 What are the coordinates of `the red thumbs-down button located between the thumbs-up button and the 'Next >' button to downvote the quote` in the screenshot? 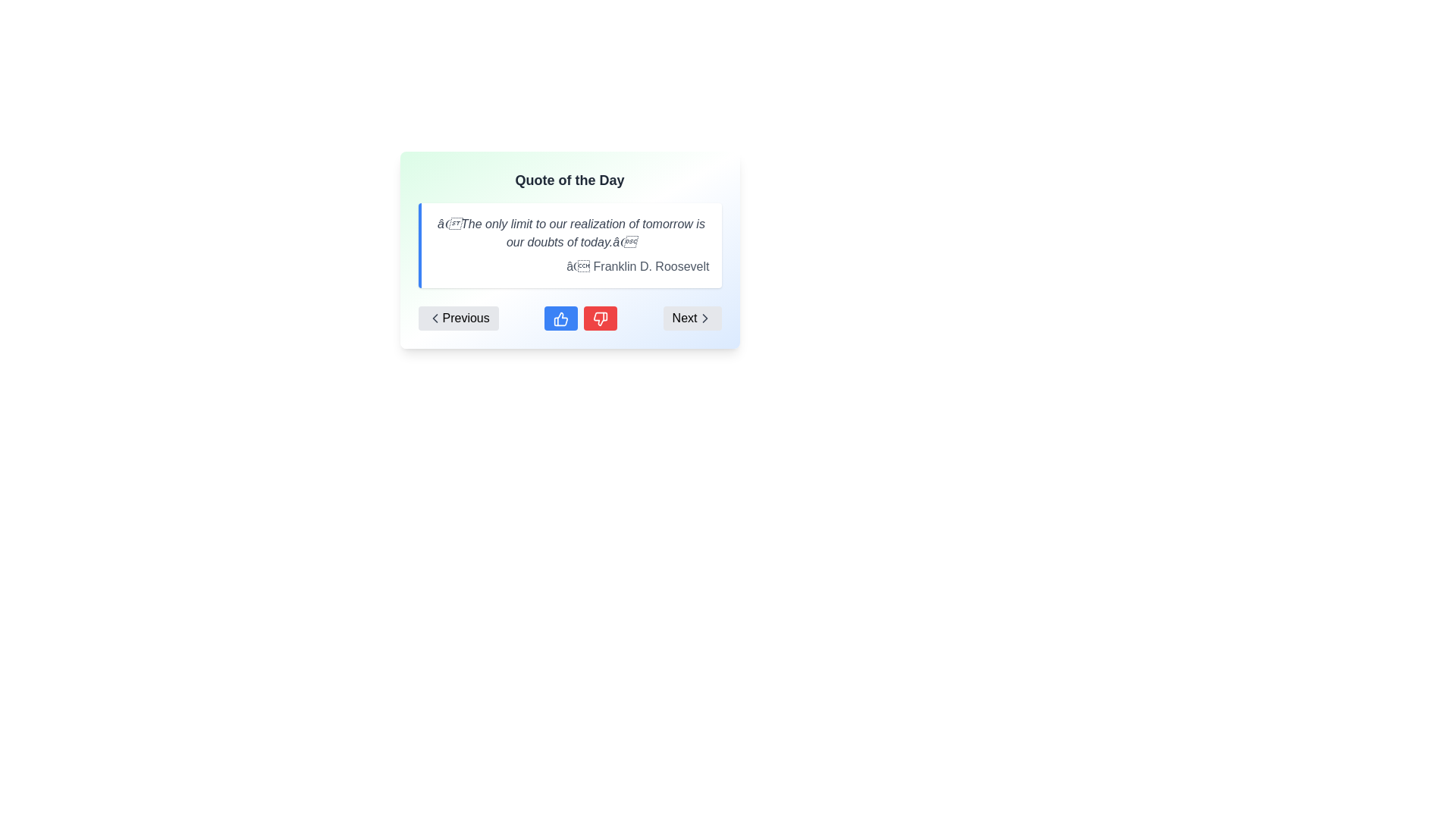 It's located at (600, 318).